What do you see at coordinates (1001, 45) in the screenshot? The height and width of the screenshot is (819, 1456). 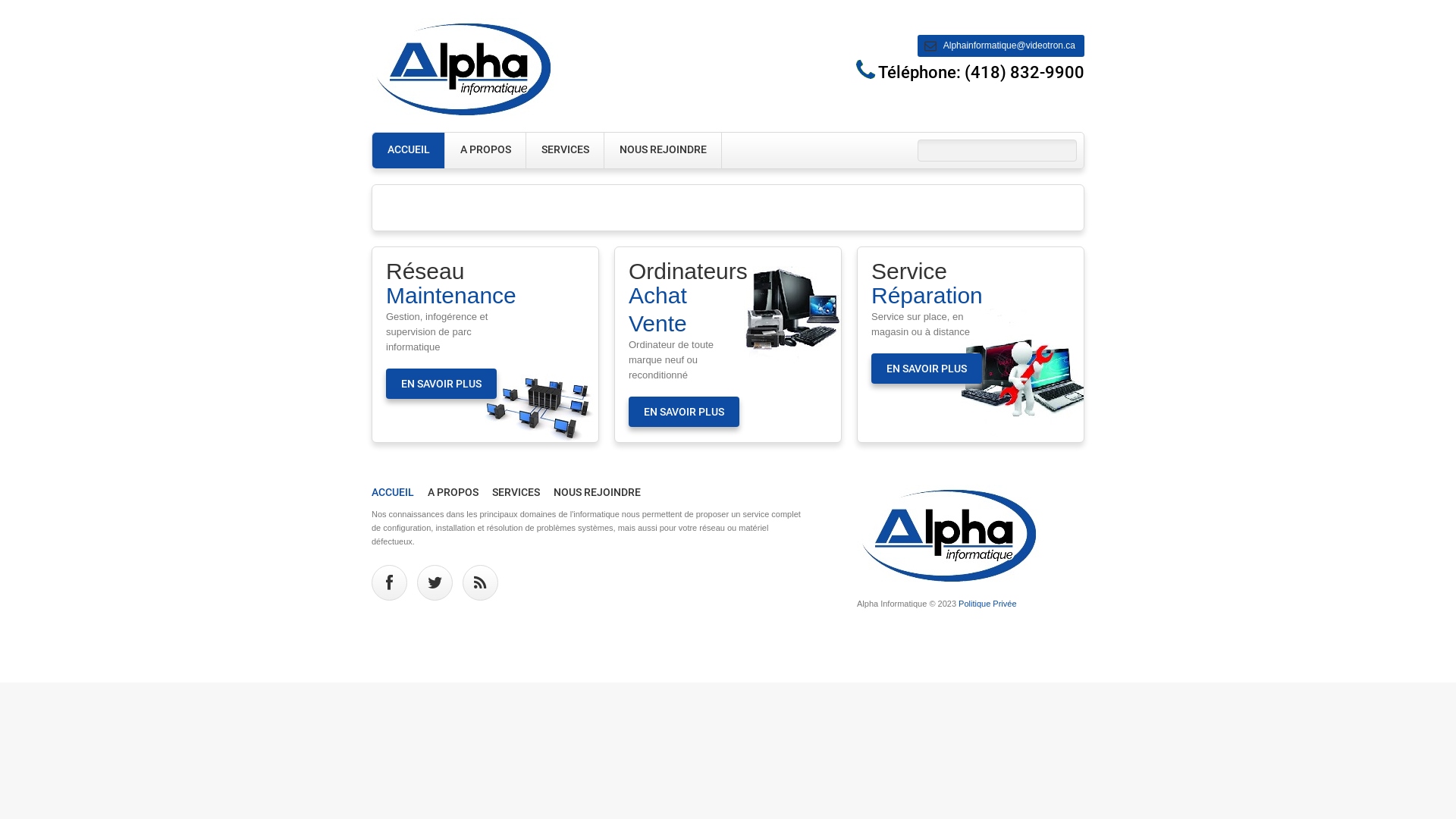 I see `'Alphainformatique@videotron.ca'` at bounding box center [1001, 45].